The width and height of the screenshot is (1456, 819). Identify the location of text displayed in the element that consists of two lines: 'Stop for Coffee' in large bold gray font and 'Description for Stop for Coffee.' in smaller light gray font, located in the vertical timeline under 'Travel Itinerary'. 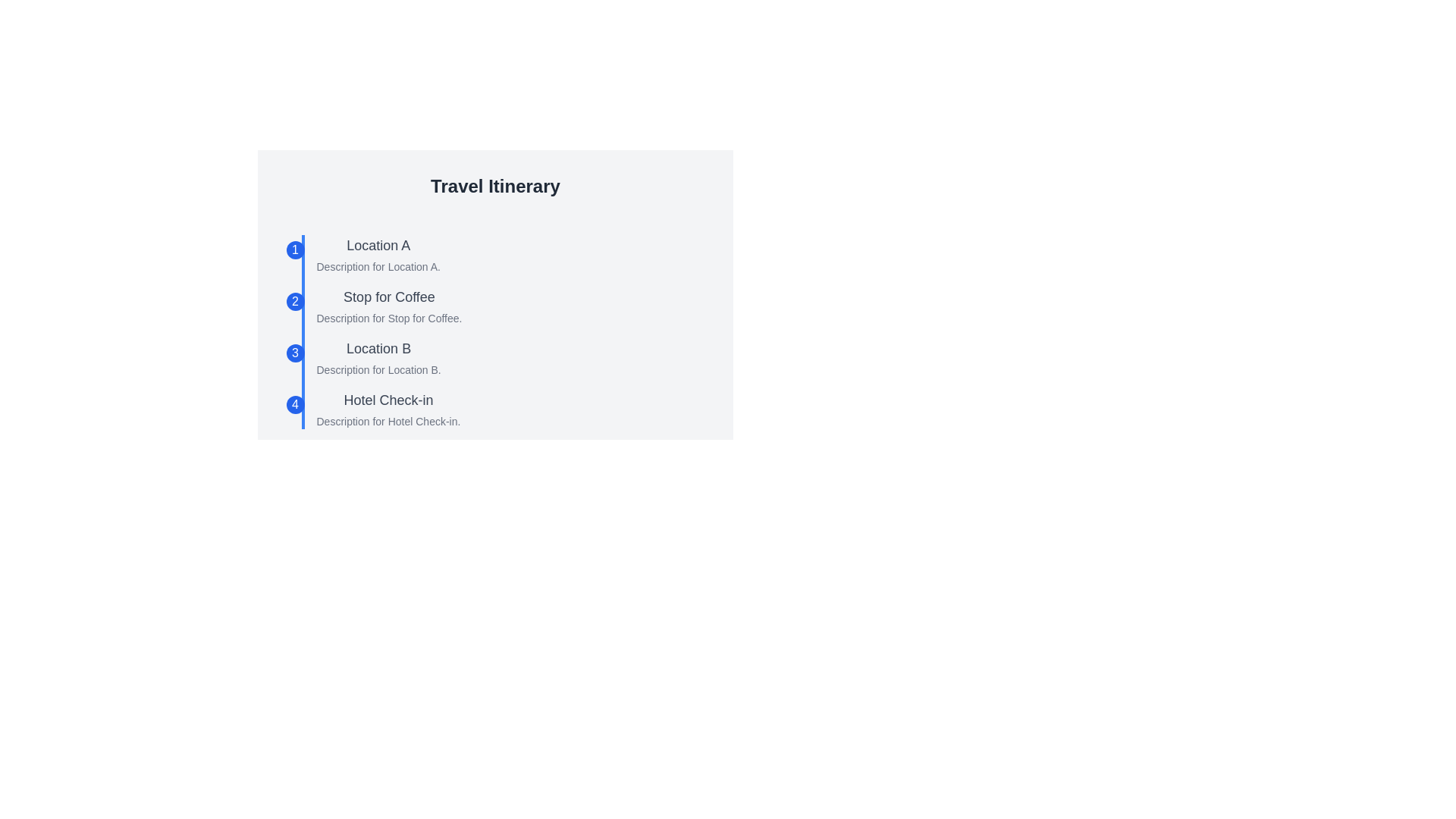
(389, 306).